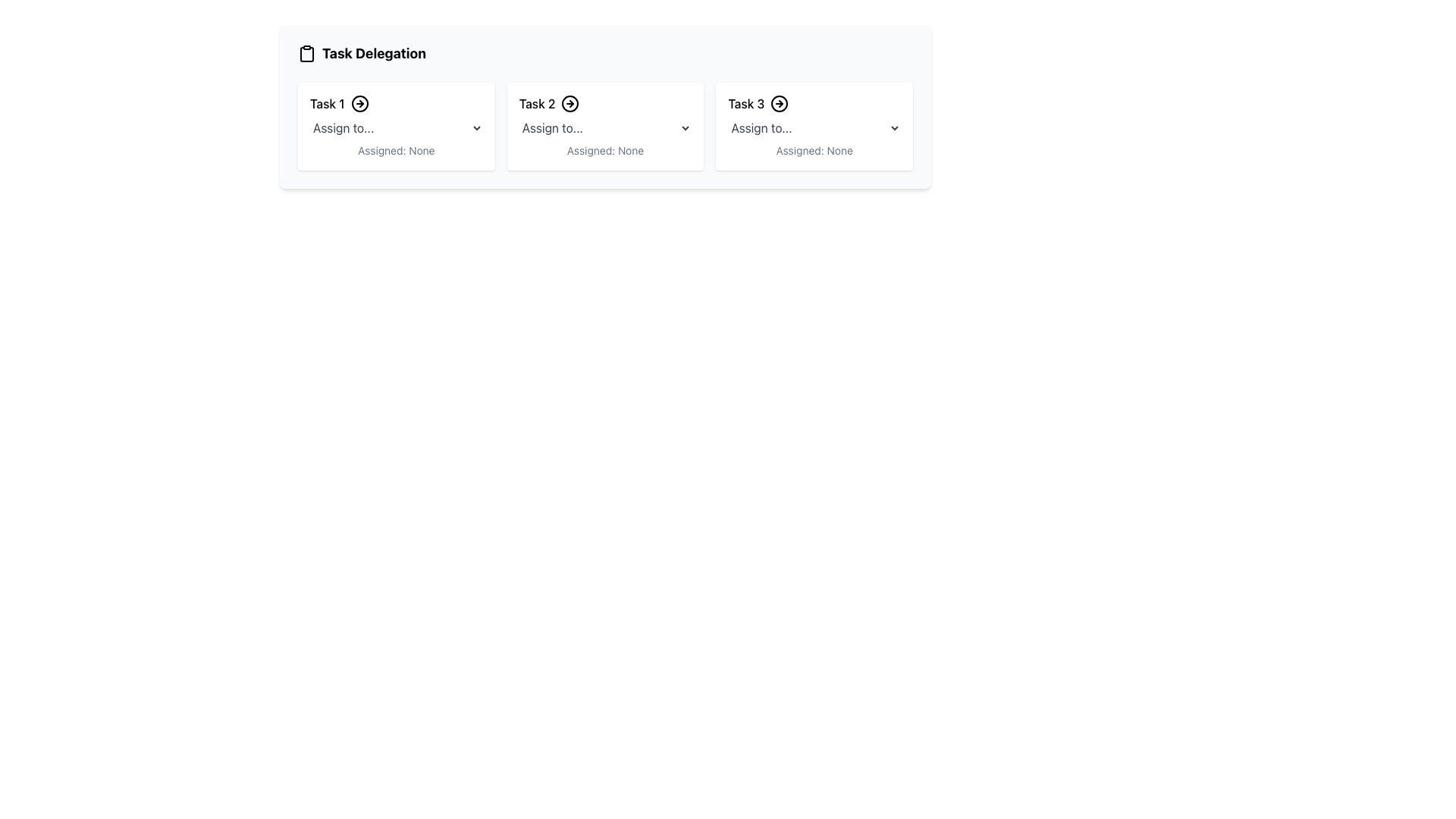 Image resolution: width=1456 pixels, height=819 pixels. What do you see at coordinates (396, 151) in the screenshot?
I see `the Text Label displaying the current assignment status ('None') of 'Task 1', located at the bottom of the card, directly underneath the dropdown menu` at bounding box center [396, 151].